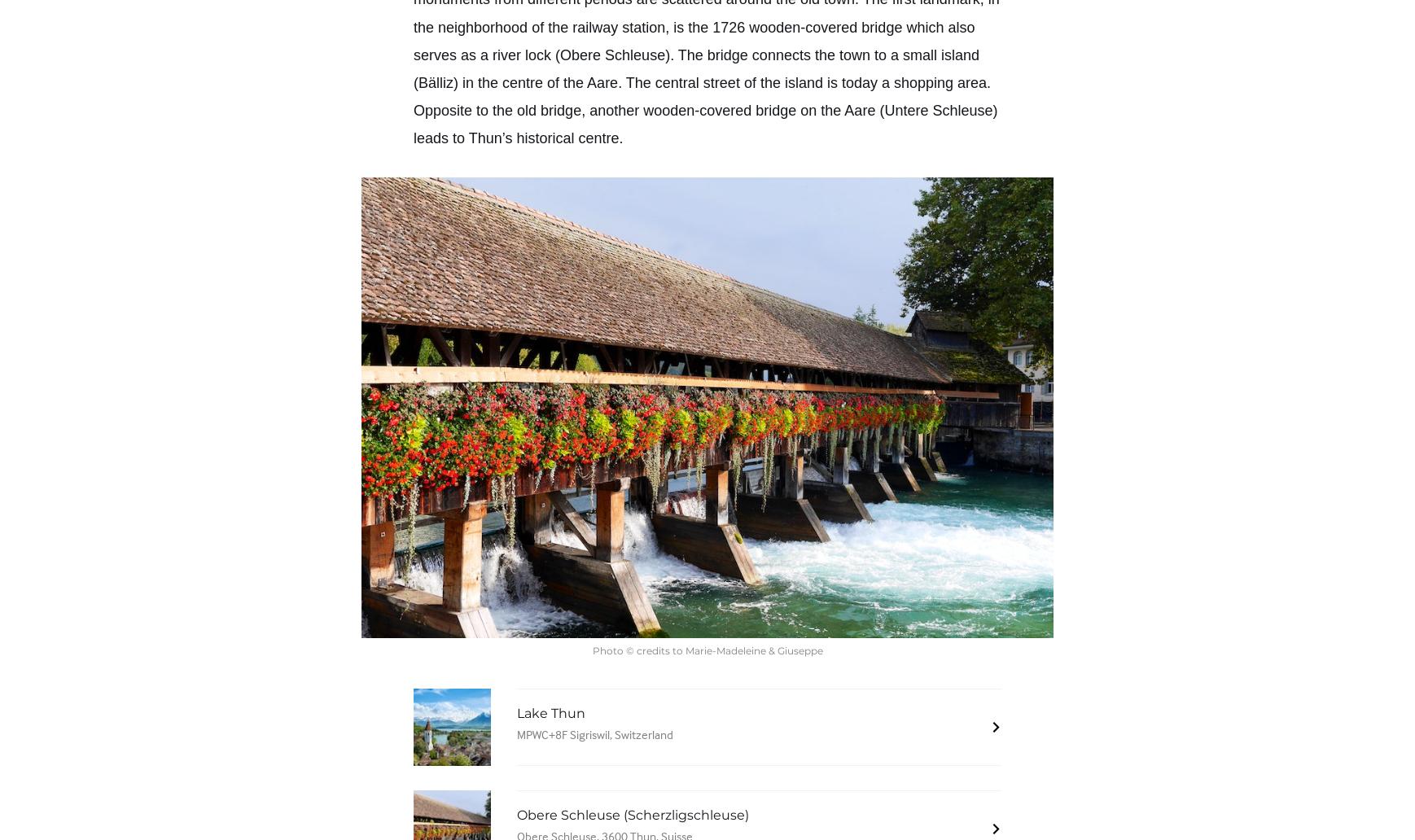 Image resolution: width=1415 pixels, height=840 pixels. I want to click on 'Obere Schleuse (Scherzligschleuse)', so click(633, 814).